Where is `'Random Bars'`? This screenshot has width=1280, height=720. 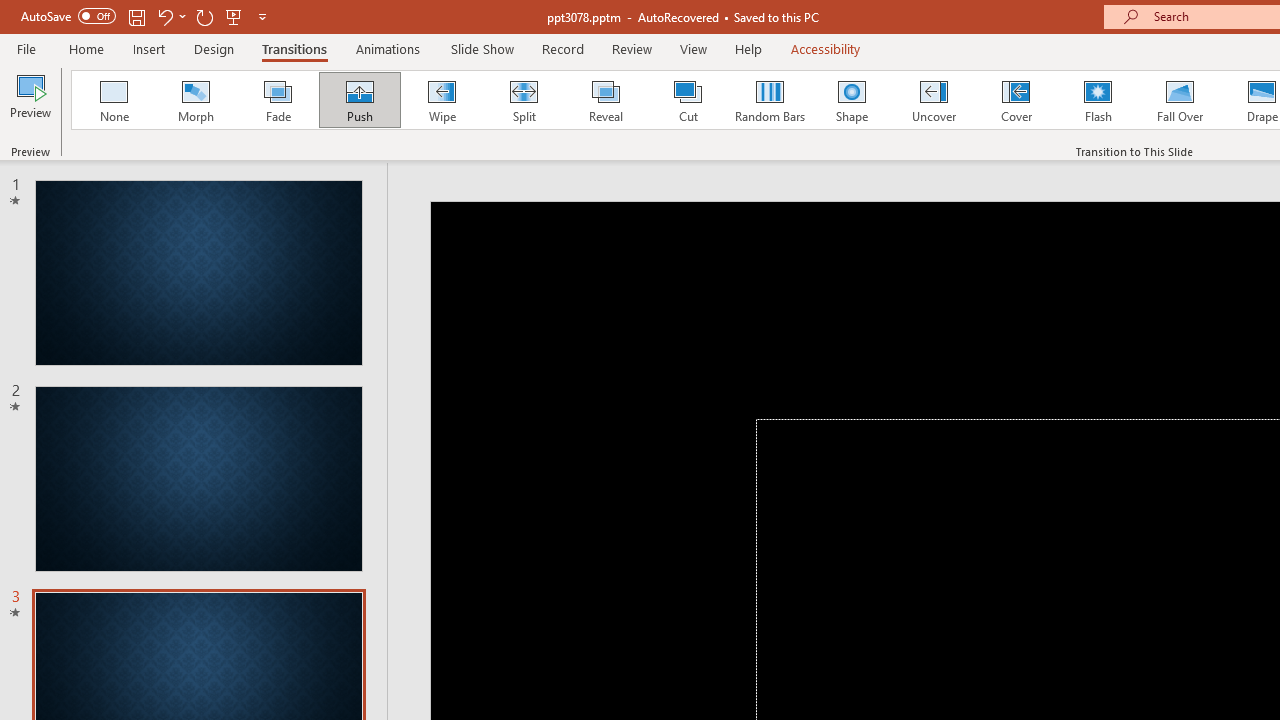 'Random Bars' is located at coordinates (769, 100).